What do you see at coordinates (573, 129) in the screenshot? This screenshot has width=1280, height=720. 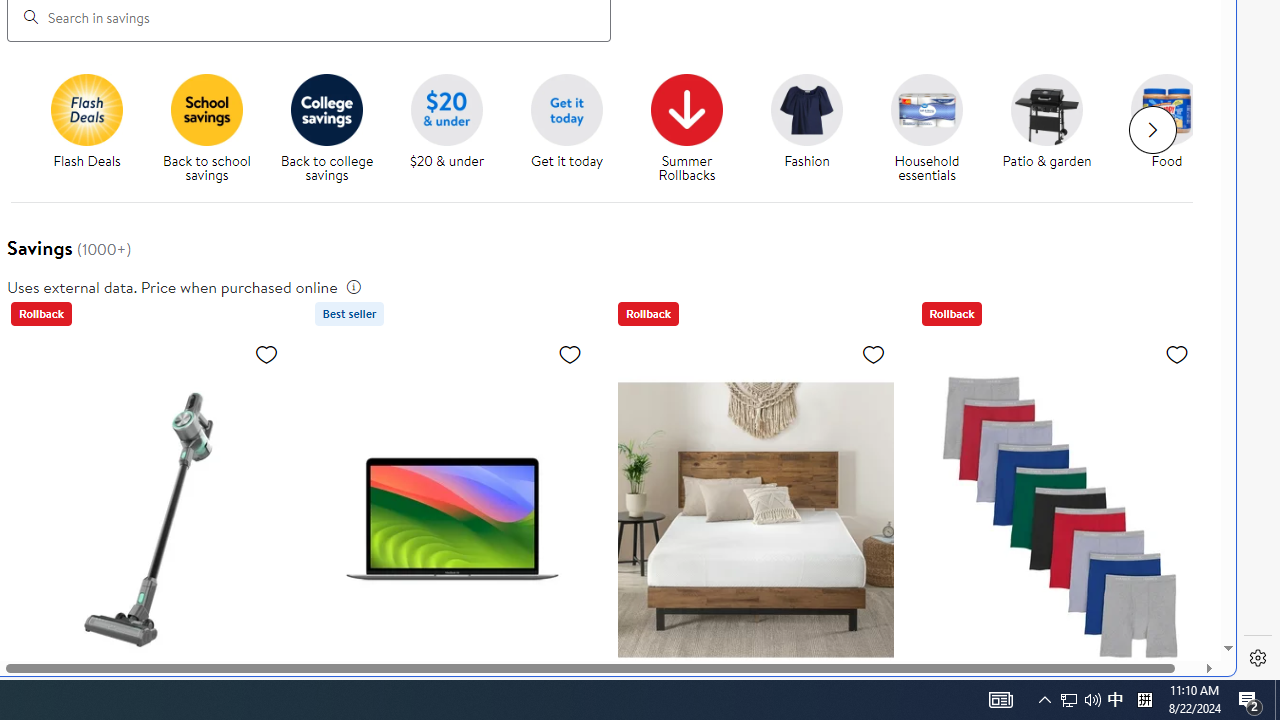 I see `'Get it today'` at bounding box center [573, 129].